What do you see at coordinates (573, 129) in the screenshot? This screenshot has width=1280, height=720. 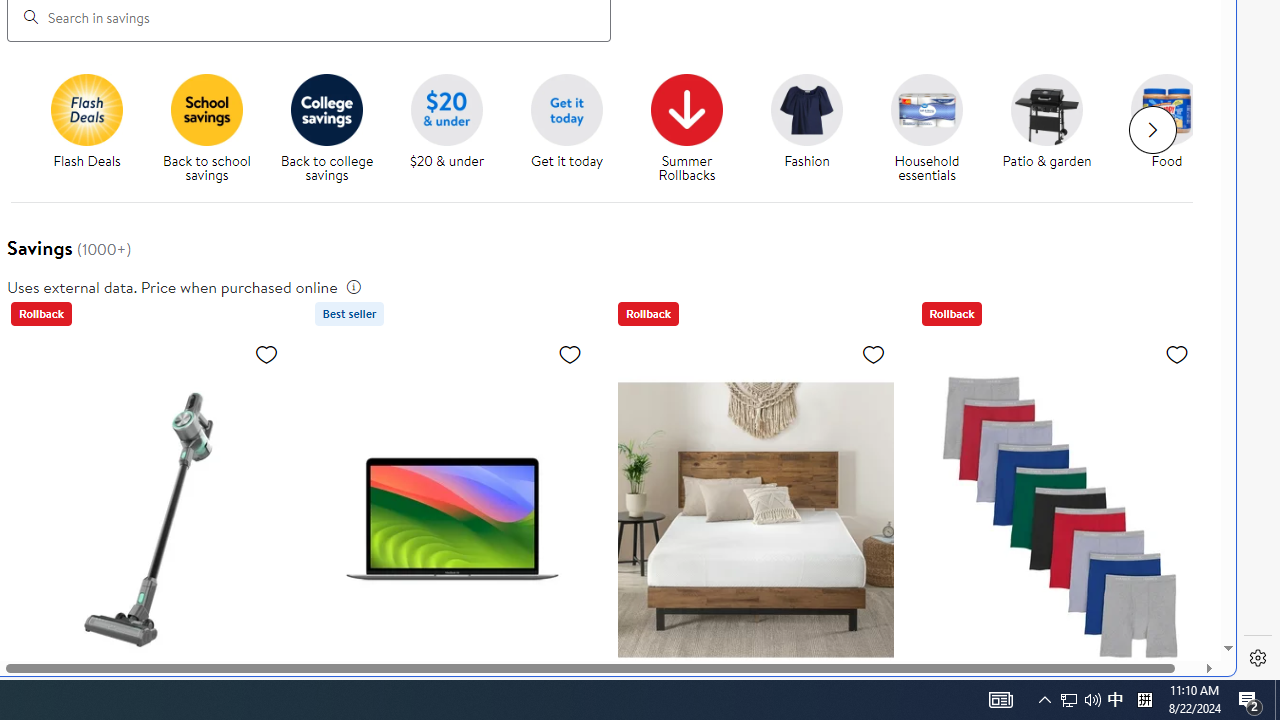 I see `'Get it today'` at bounding box center [573, 129].